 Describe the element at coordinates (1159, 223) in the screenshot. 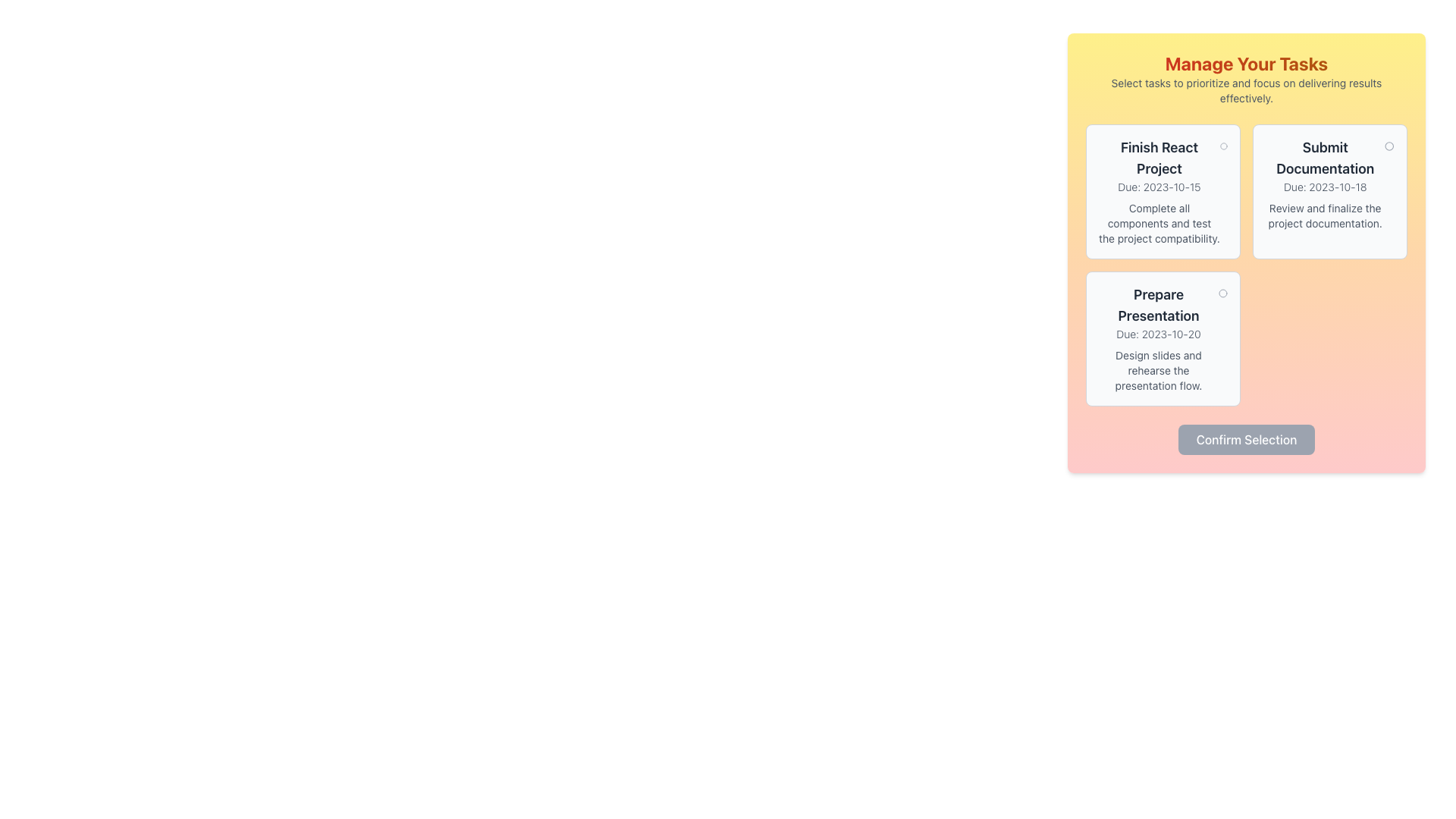

I see `the instructional text for the 'React Project' located below the due date text in the 'Finish React Project' card to potentially display a tooltip` at that location.